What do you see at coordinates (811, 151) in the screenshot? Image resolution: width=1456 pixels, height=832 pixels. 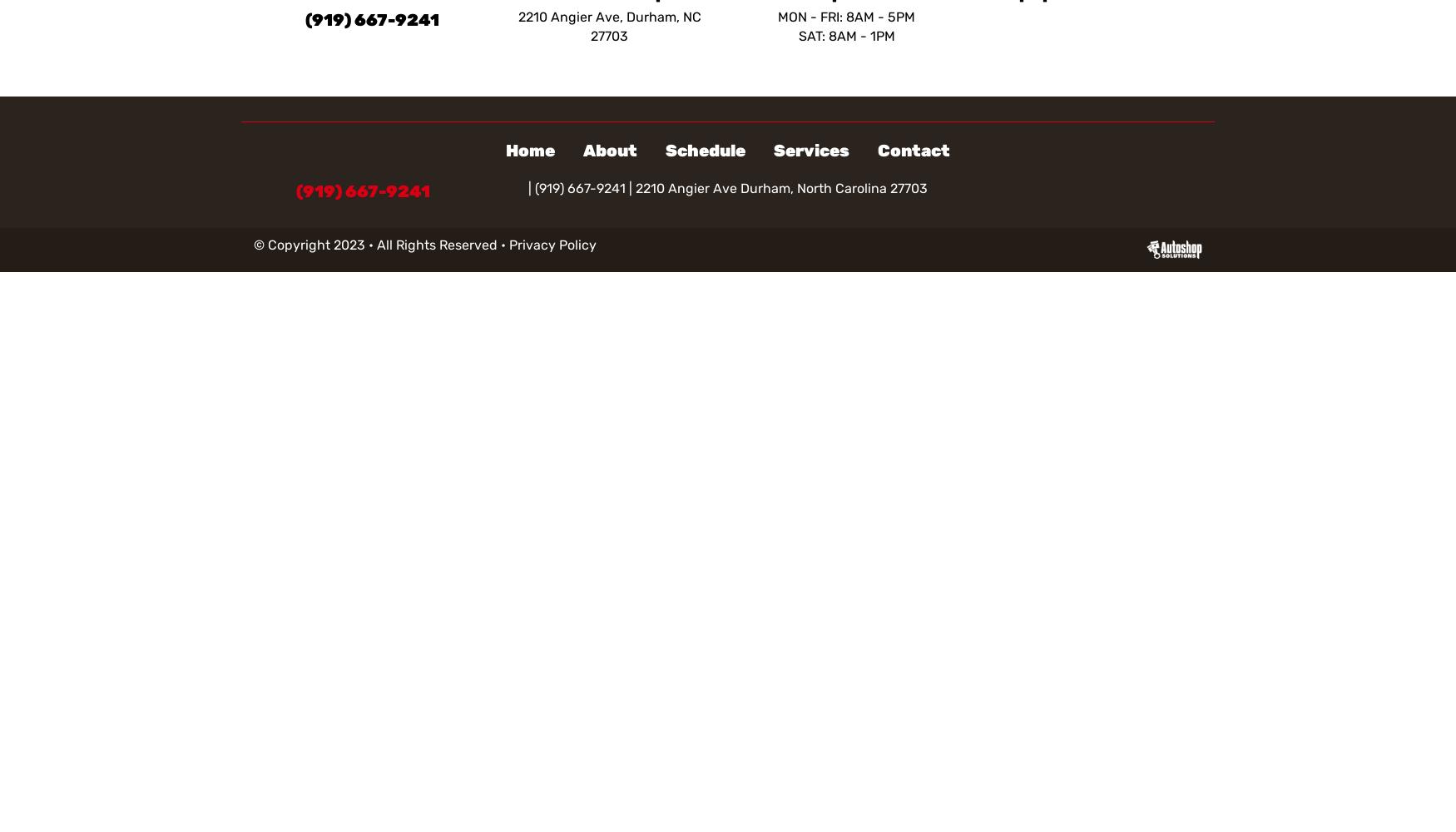 I see `'Services'` at bounding box center [811, 151].